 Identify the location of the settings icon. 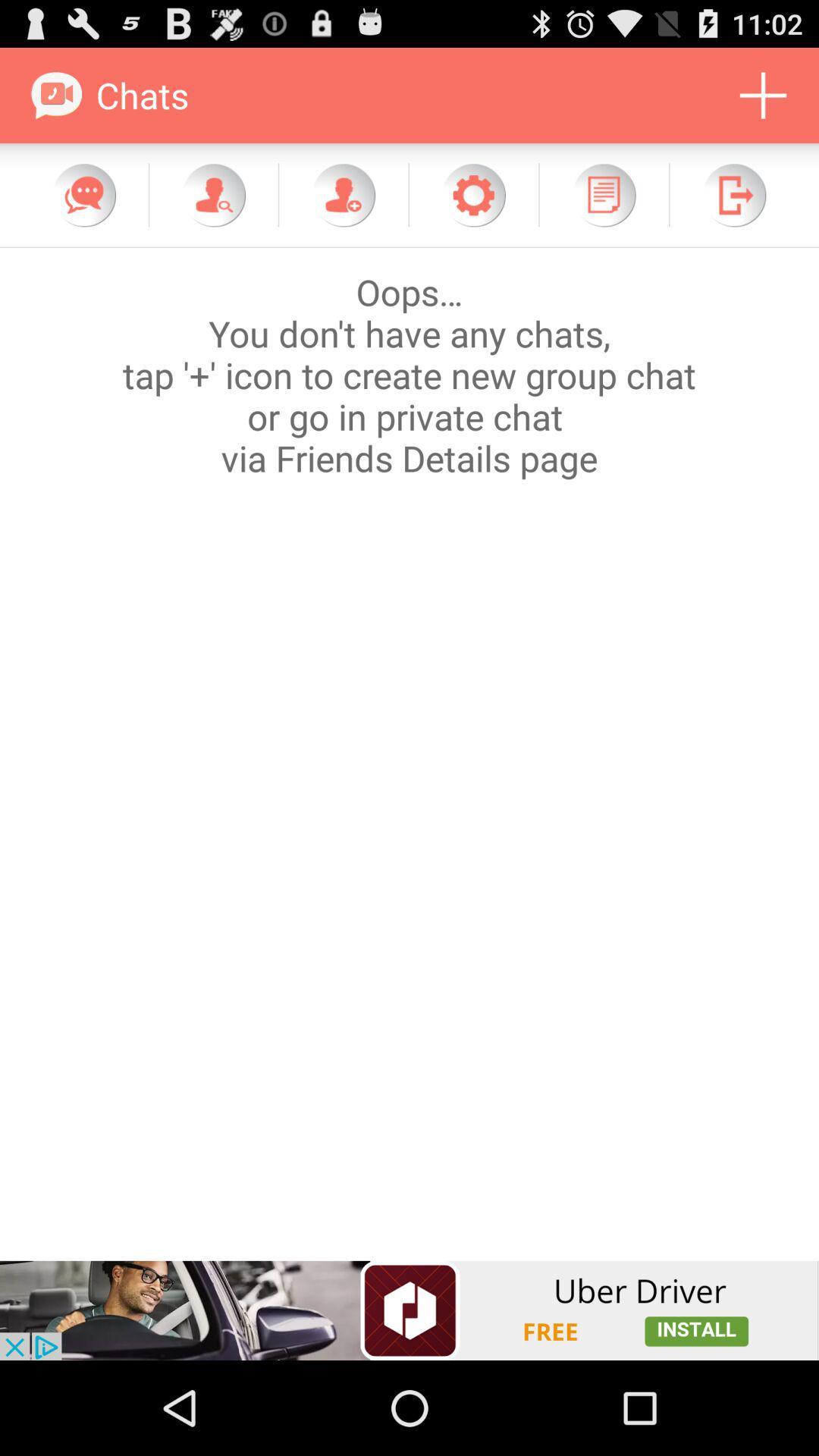
(472, 208).